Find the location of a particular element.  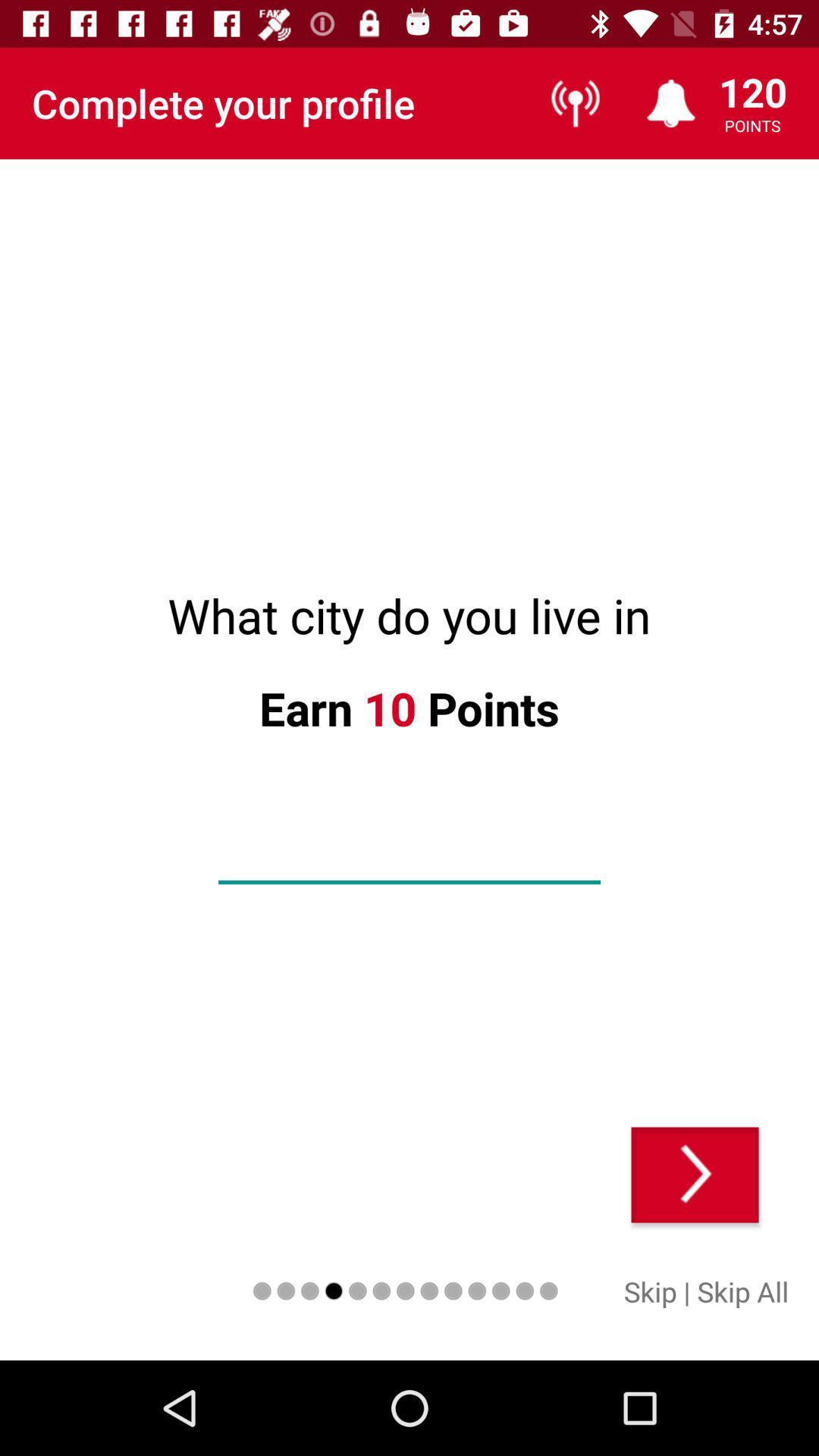

the icon to the right of the  |  item is located at coordinates (742, 1291).